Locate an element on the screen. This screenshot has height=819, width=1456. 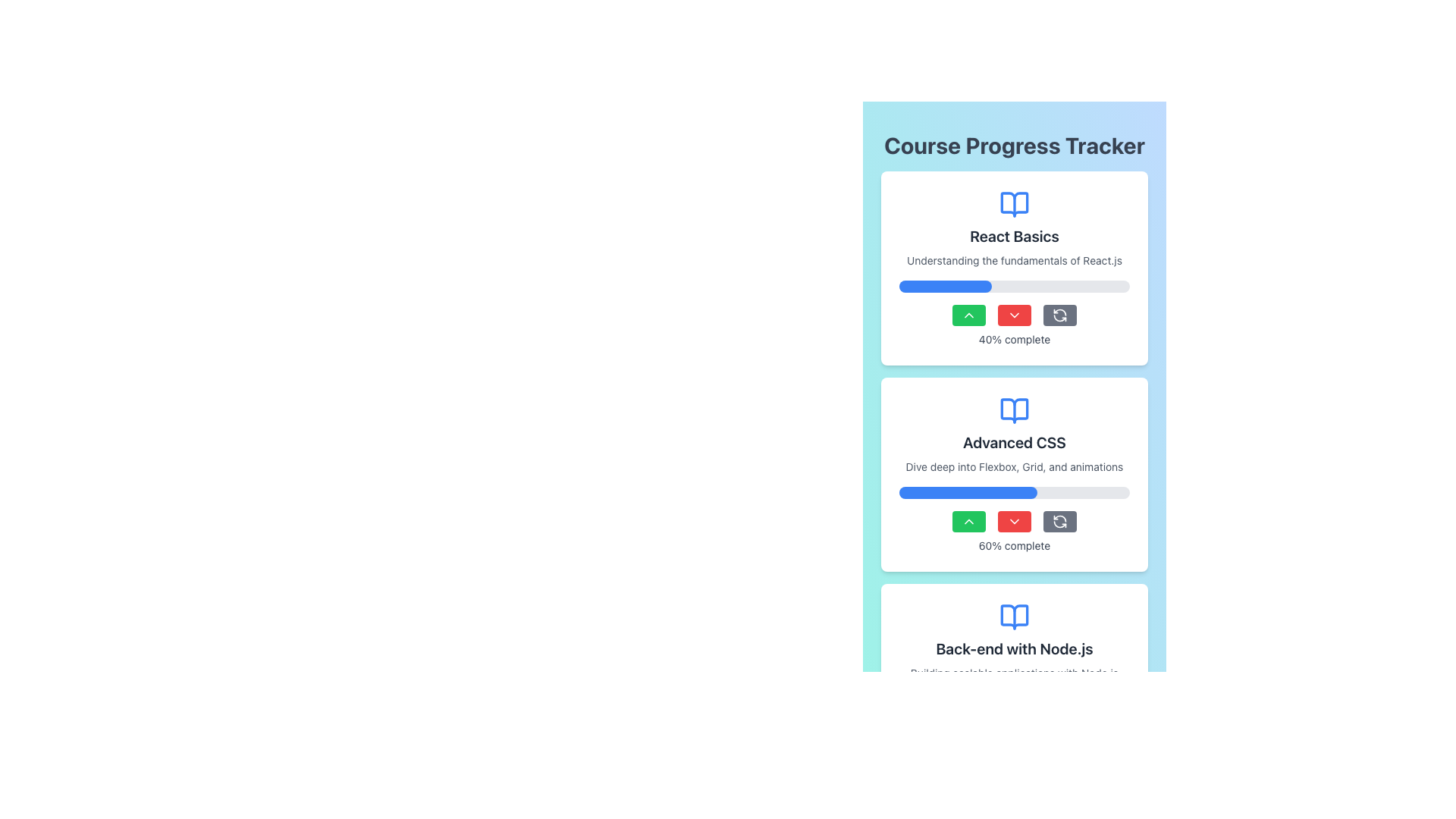
the main title text label of the uppermost card in the vertical list is located at coordinates (1015, 237).